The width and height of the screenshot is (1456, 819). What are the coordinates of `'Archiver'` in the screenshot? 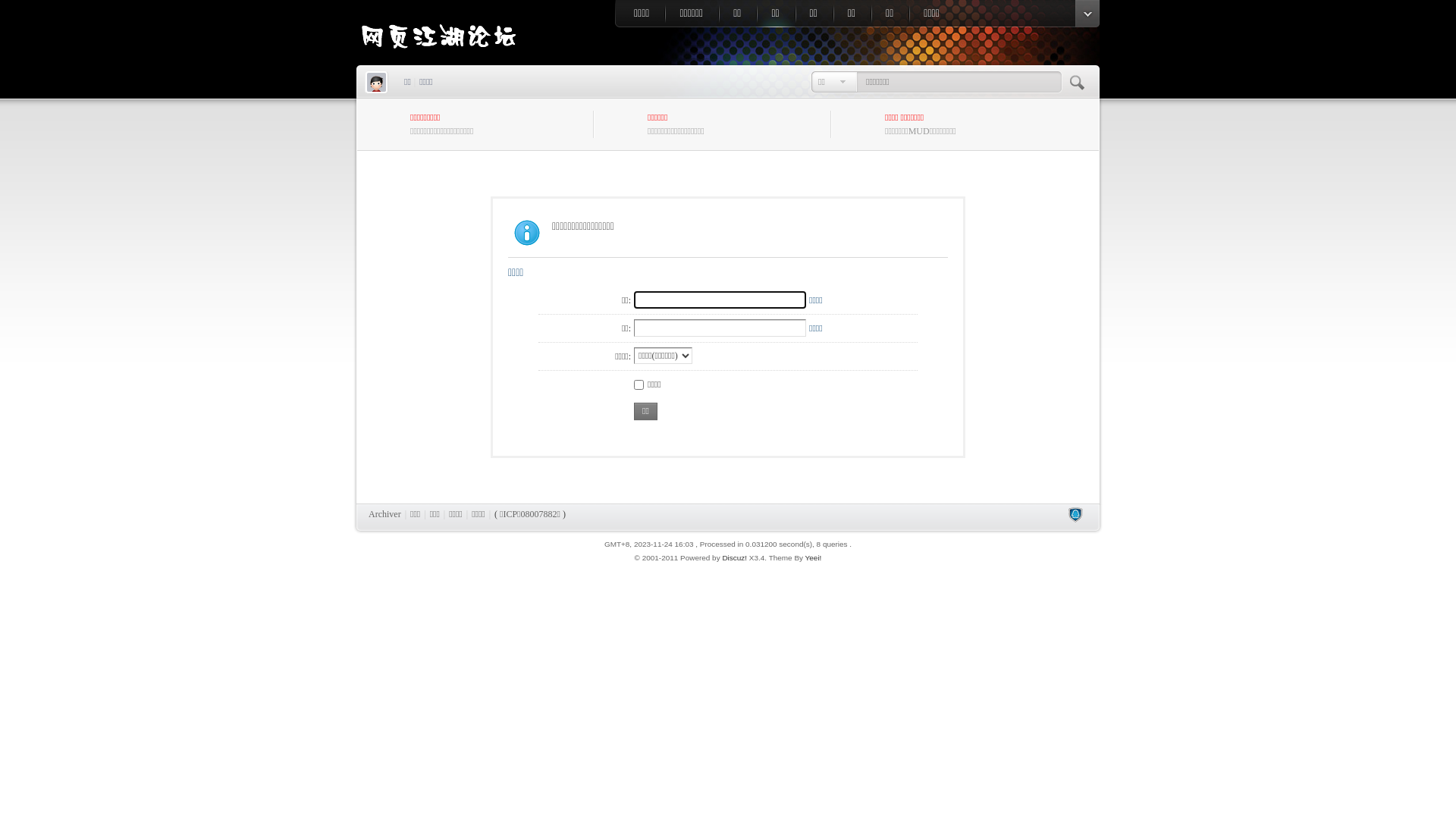 It's located at (384, 513).